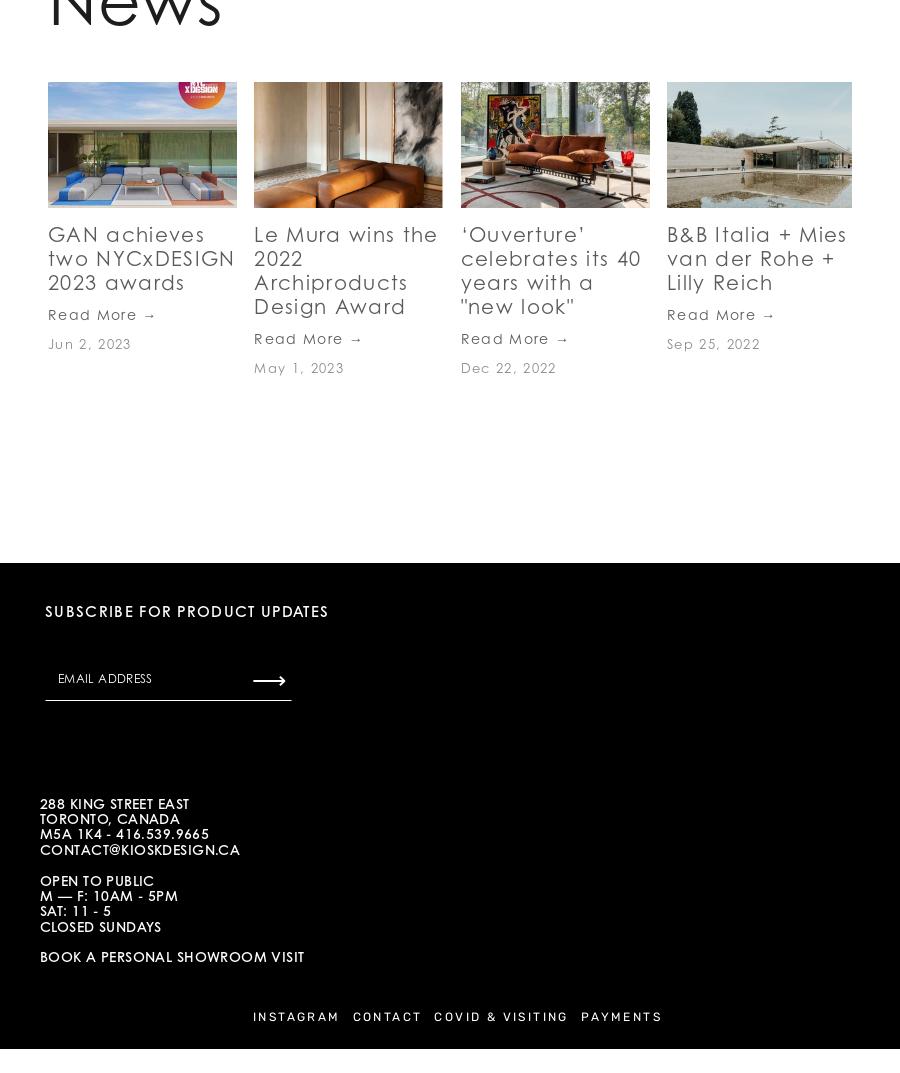 This screenshot has width=900, height=1073. What do you see at coordinates (79, 910) in the screenshot?
I see `'Sat: 11 - 5'` at bounding box center [79, 910].